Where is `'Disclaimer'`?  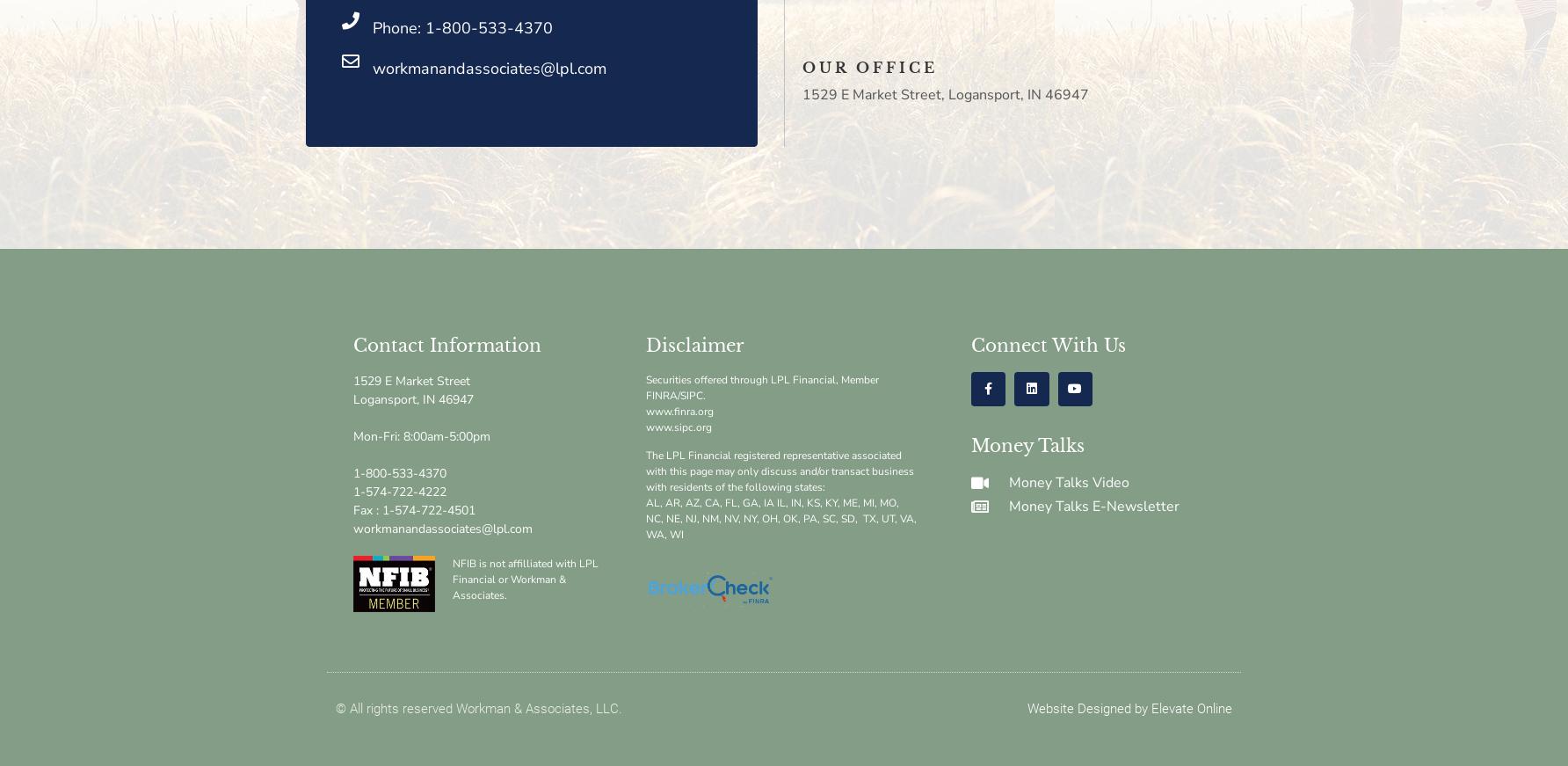
'Disclaimer' is located at coordinates (644, 344).